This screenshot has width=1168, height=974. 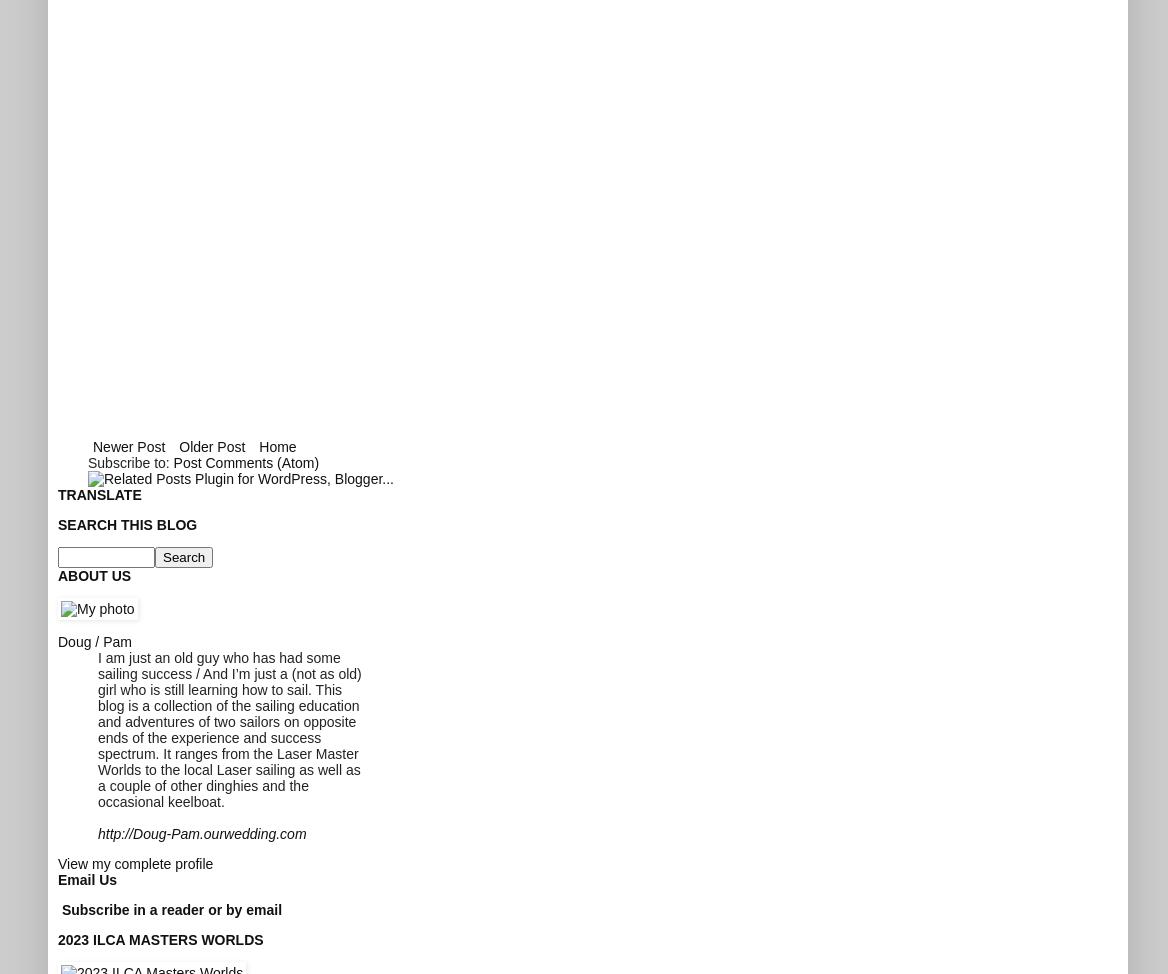 I want to click on 'Post Comments (Atom)', so click(x=172, y=460).